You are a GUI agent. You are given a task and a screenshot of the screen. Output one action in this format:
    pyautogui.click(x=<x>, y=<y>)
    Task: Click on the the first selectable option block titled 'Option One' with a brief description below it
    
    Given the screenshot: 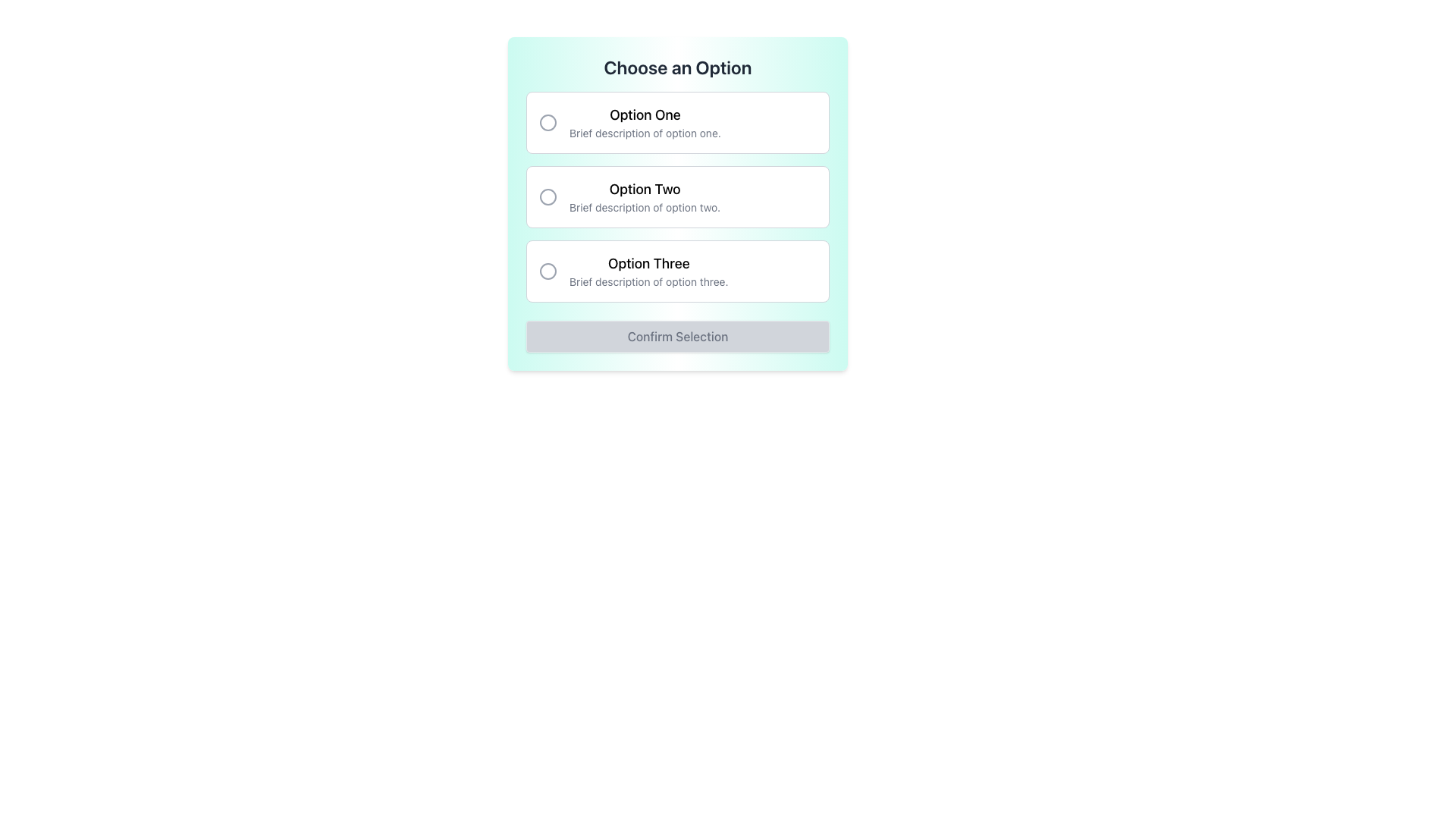 What is the action you would take?
    pyautogui.click(x=676, y=122)
    